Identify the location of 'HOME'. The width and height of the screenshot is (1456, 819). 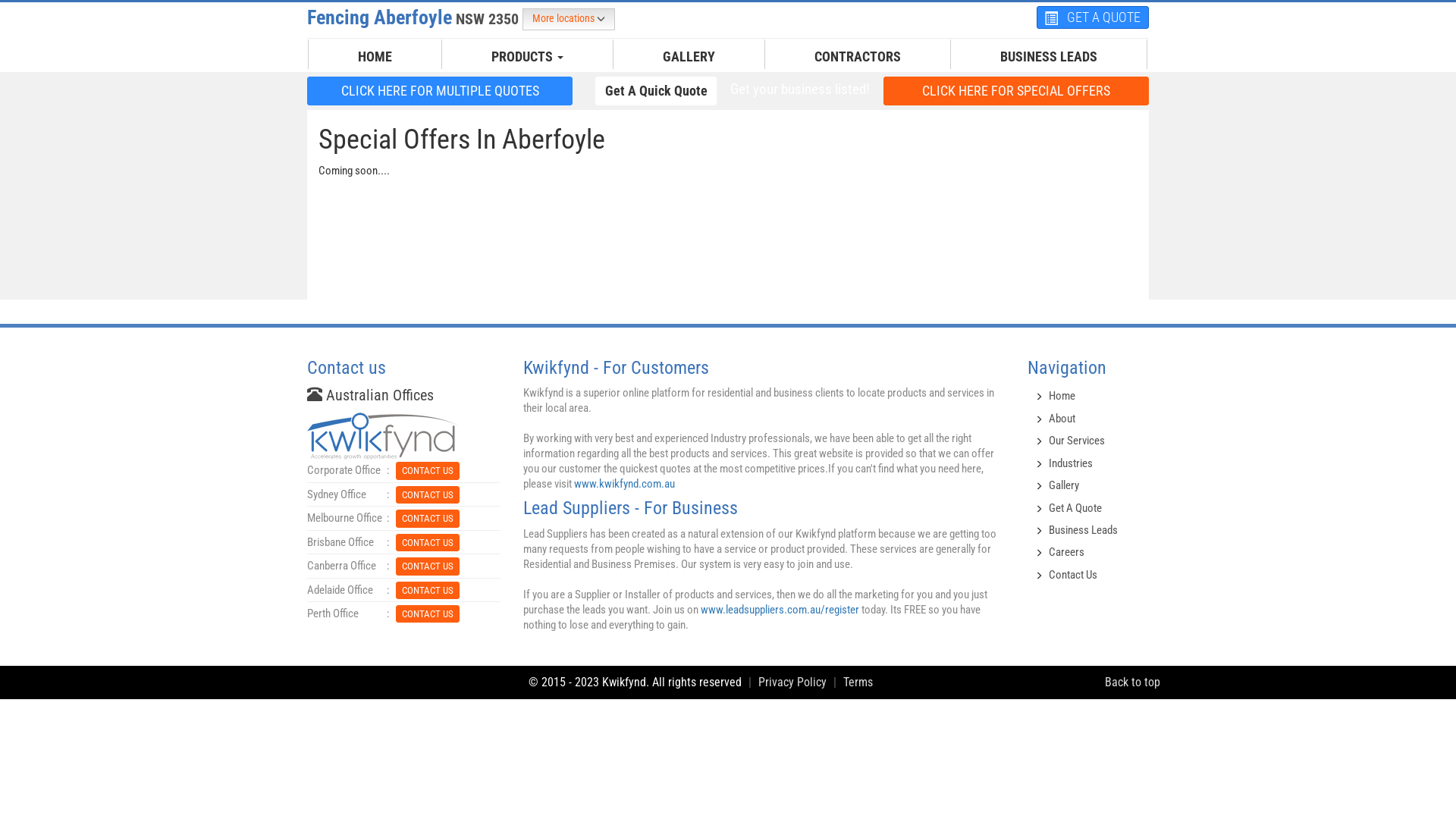
(375, 55).